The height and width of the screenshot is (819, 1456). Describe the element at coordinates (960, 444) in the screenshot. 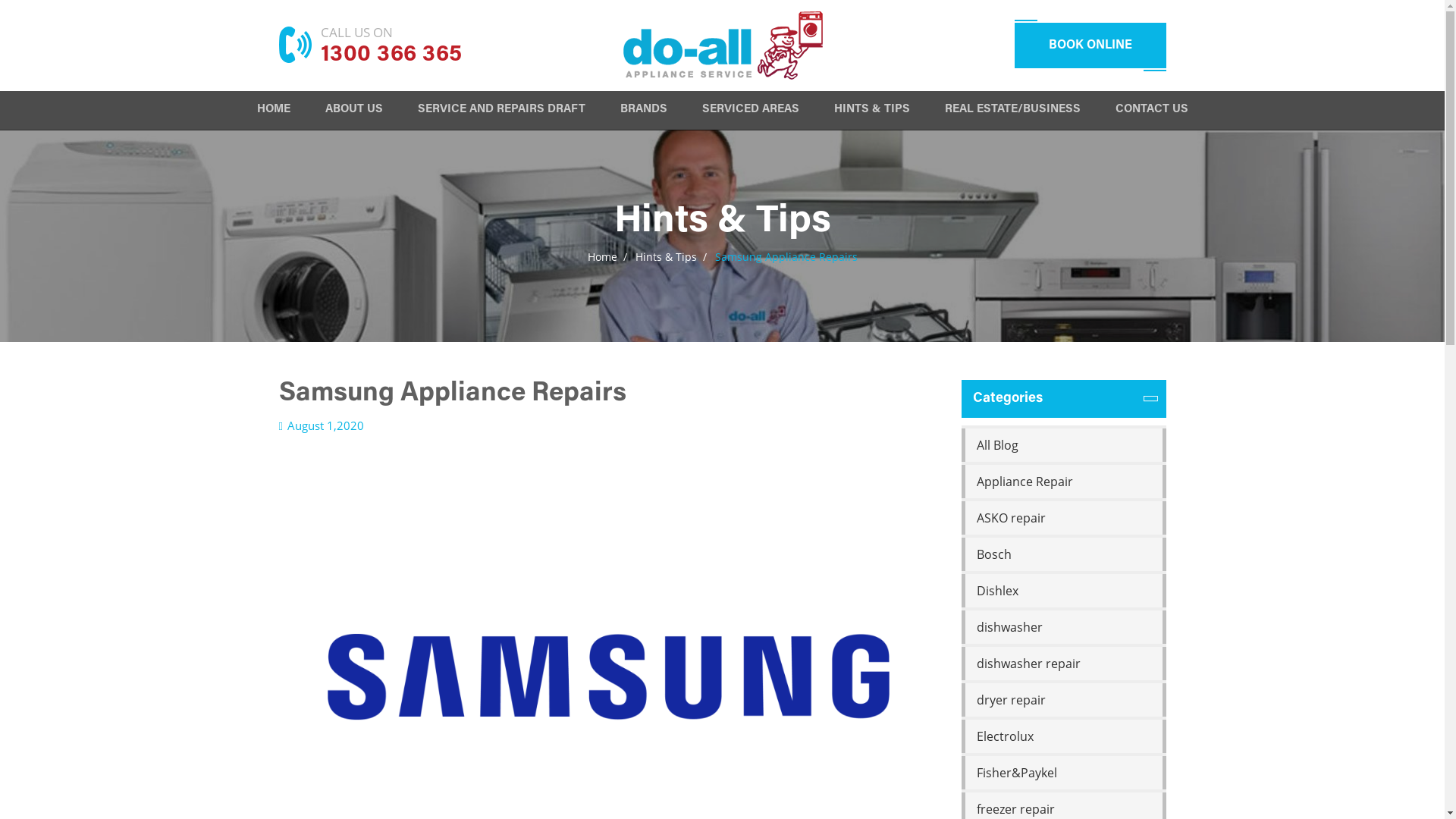

I see `'All Blog'` at that location.